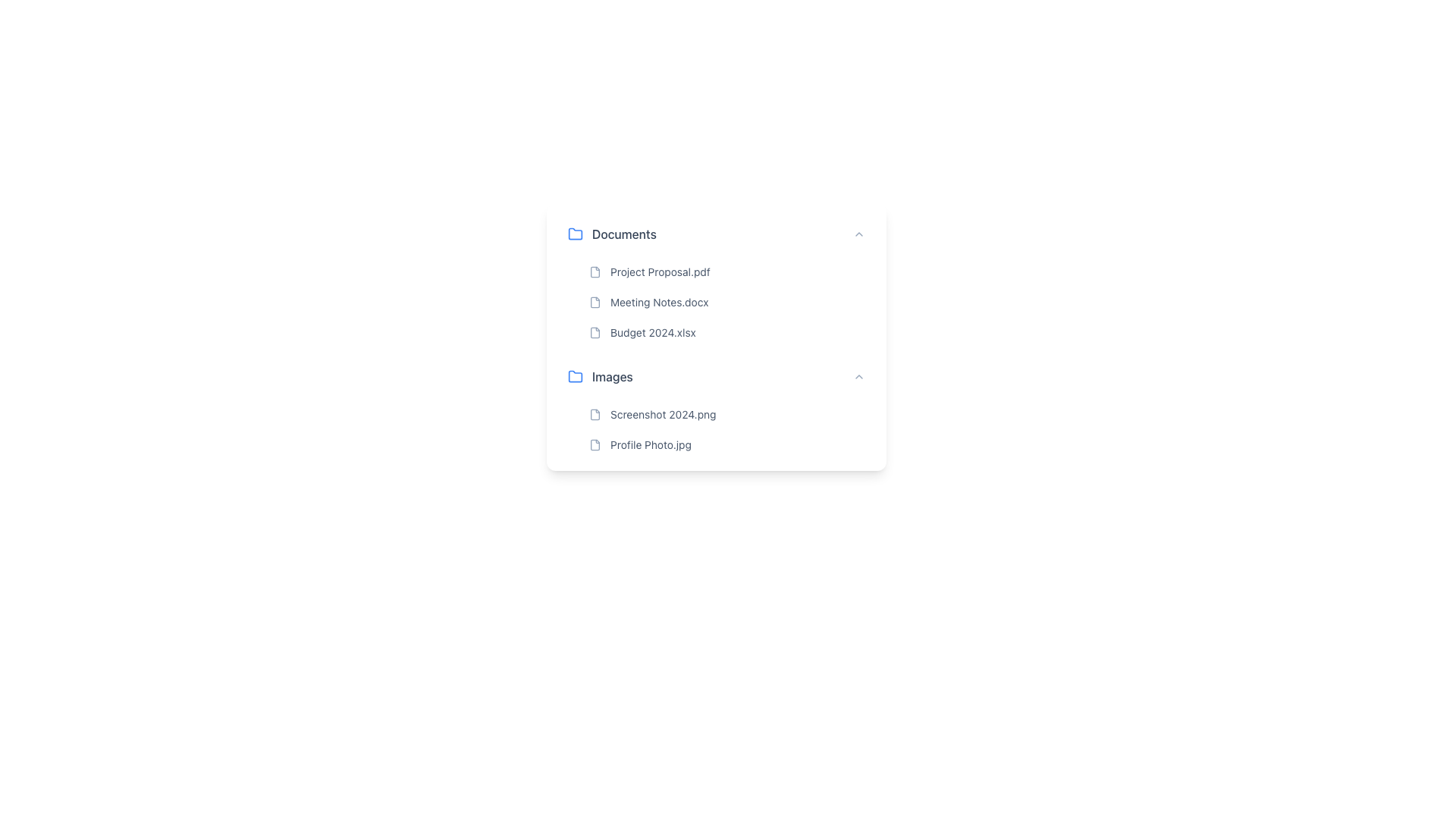 The height and width of the screenshot is (819, 1456). I want to click on the document icon representing 'Profile Photo.jpg', so click(595, 444).